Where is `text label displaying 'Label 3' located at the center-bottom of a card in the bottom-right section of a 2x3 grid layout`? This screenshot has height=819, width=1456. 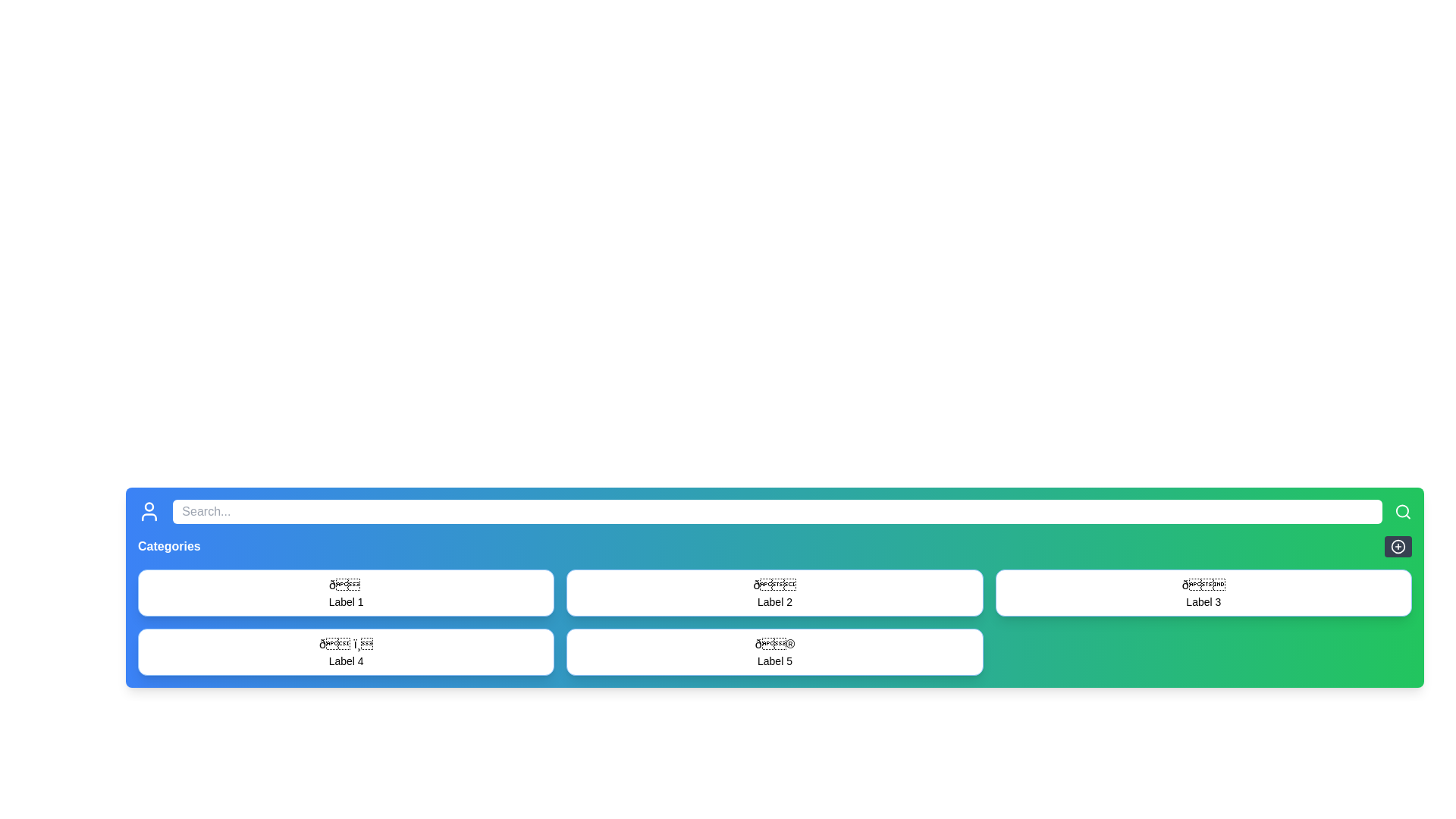 text label displaying 'Label 3' located at the center-bottom of a card in the bottom-right section of a 2x3 grid layout is located at coordinates (1203, 601).